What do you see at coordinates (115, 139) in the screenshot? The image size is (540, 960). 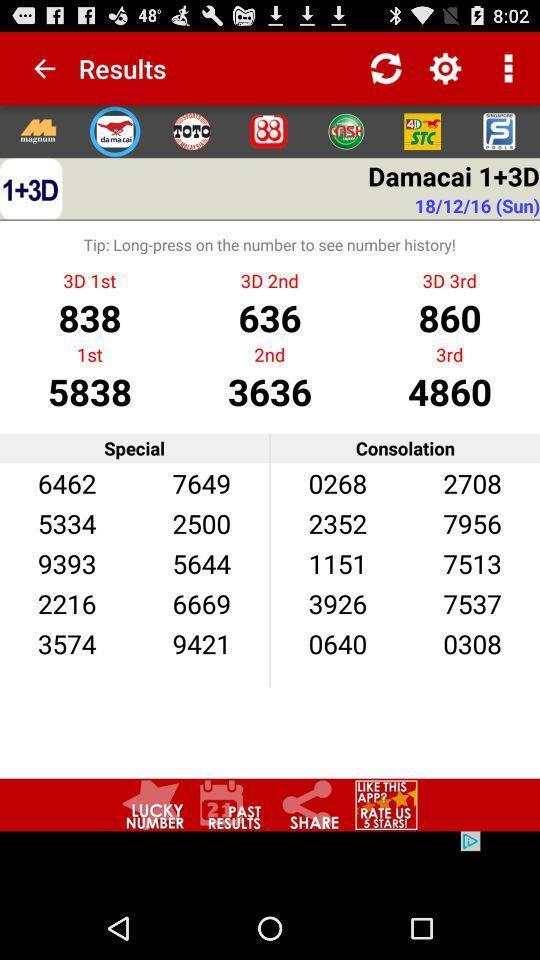 I see `the email icon` at bounding box center [115, 139].